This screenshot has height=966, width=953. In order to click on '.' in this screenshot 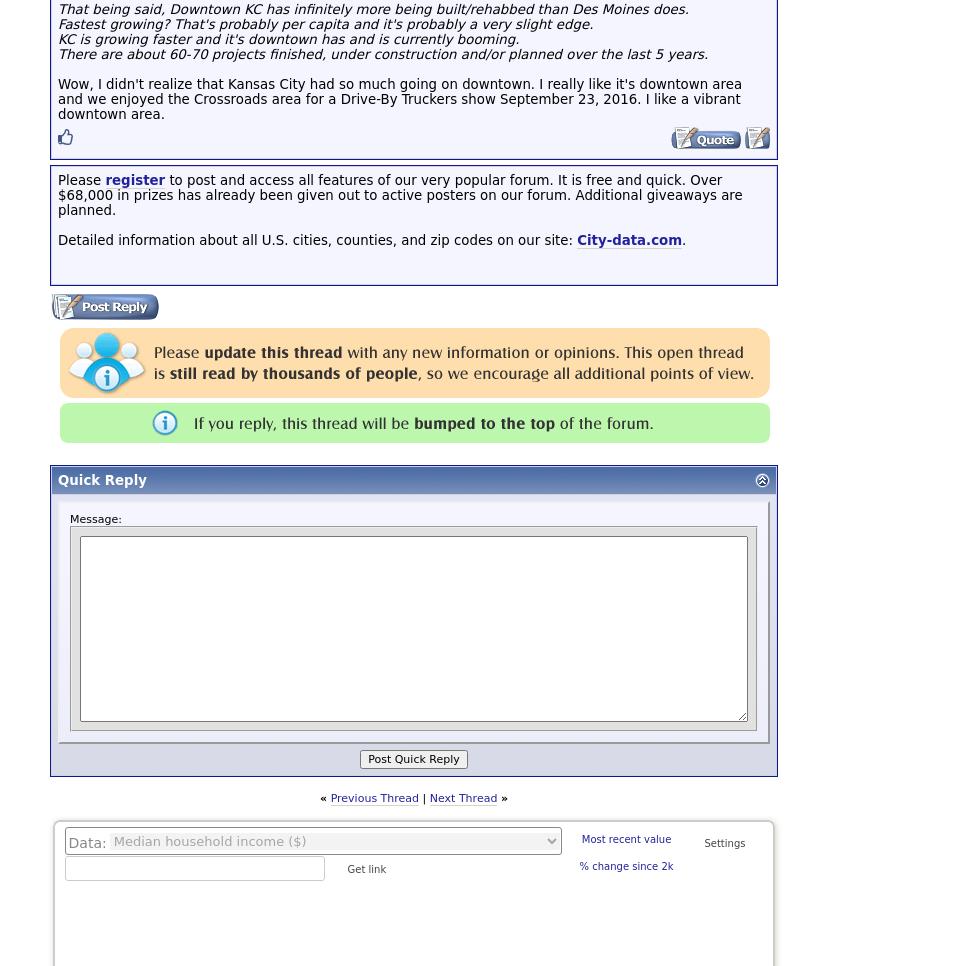, I will do `click(681, 238)`.